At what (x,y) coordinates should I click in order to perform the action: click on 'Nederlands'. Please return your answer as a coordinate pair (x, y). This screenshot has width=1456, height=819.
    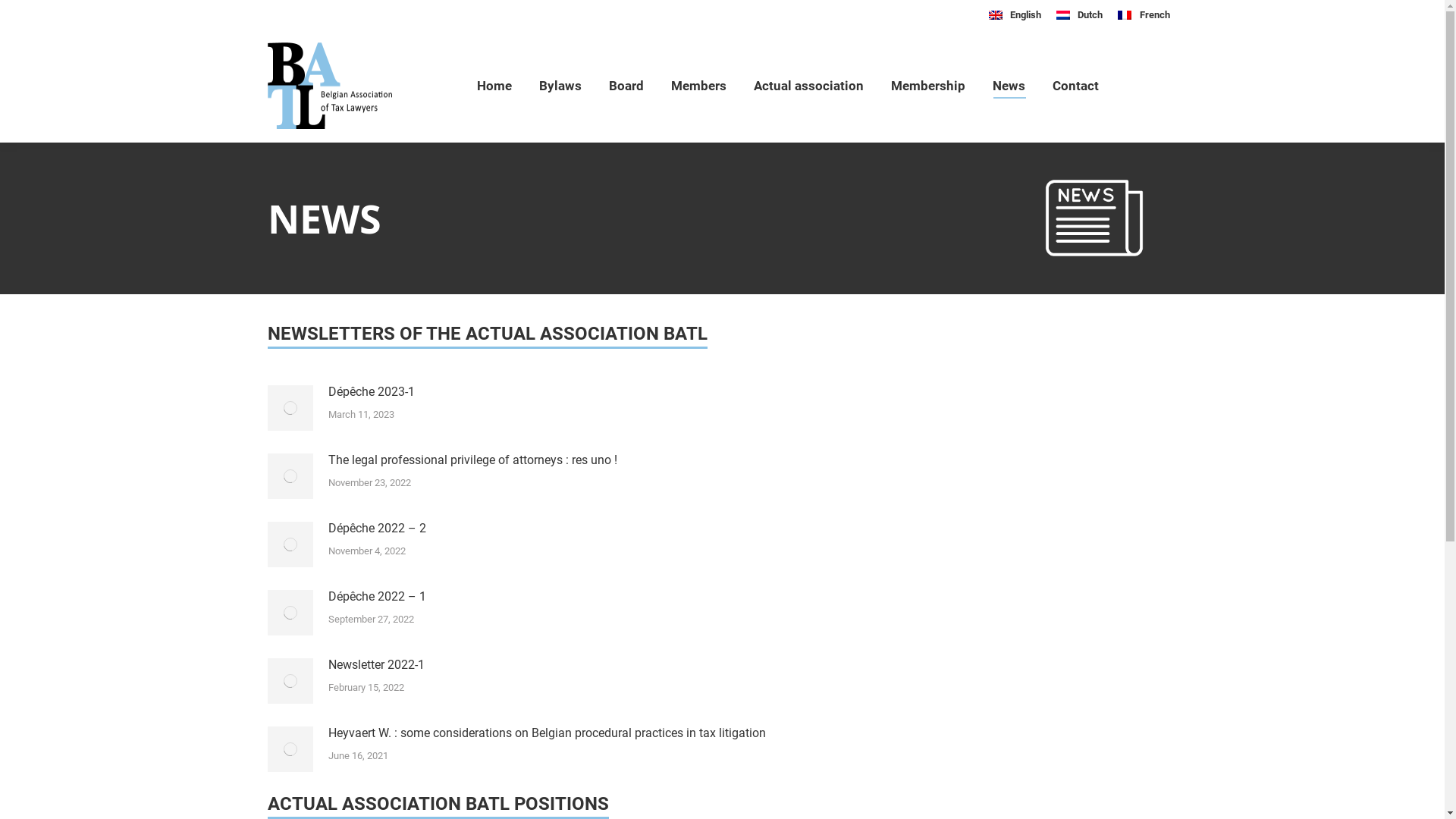
    Looking at the image, I should click on (1062, 14).